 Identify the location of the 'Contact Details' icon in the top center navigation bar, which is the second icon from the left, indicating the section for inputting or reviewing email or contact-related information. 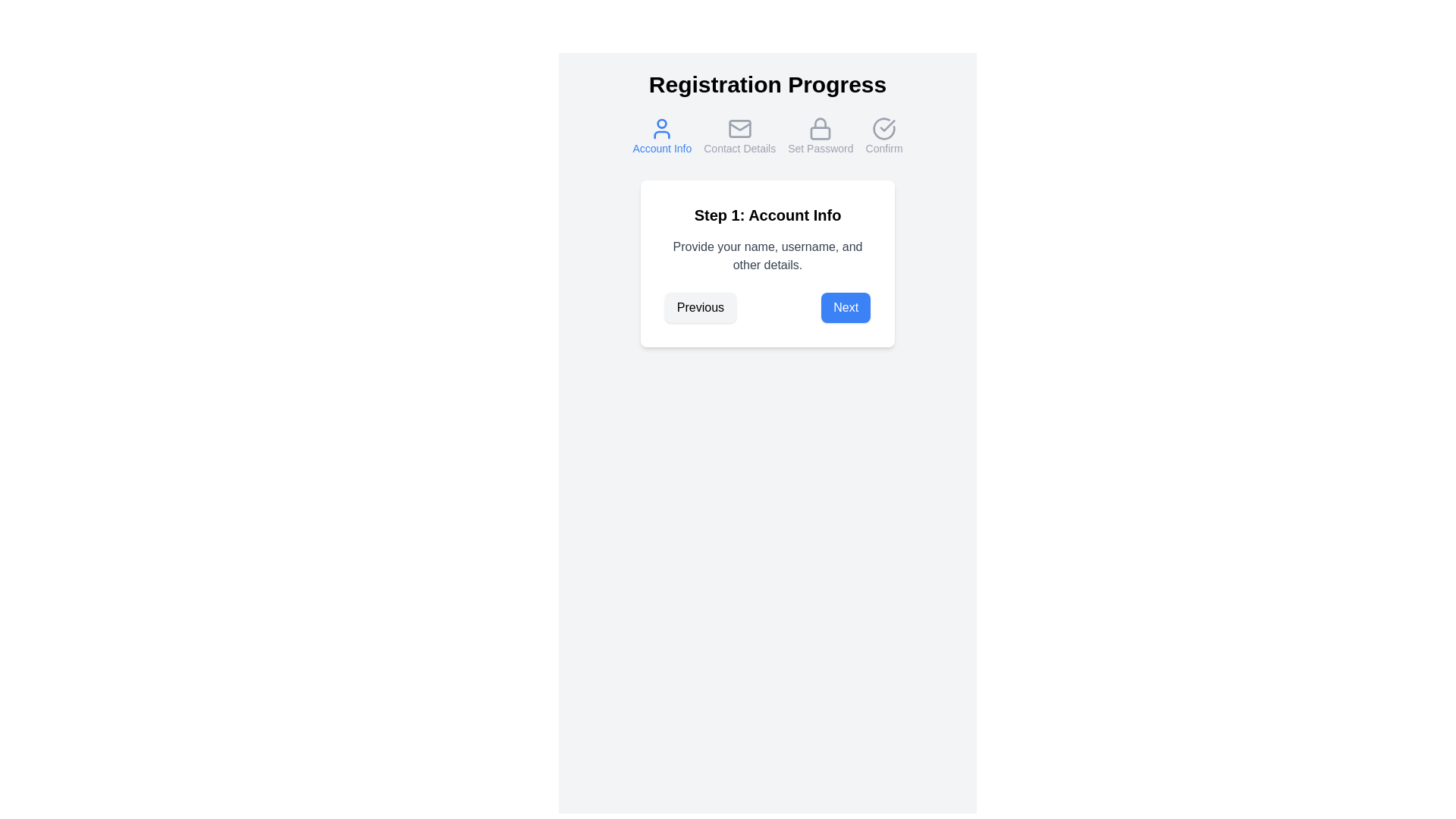
(739, 127).